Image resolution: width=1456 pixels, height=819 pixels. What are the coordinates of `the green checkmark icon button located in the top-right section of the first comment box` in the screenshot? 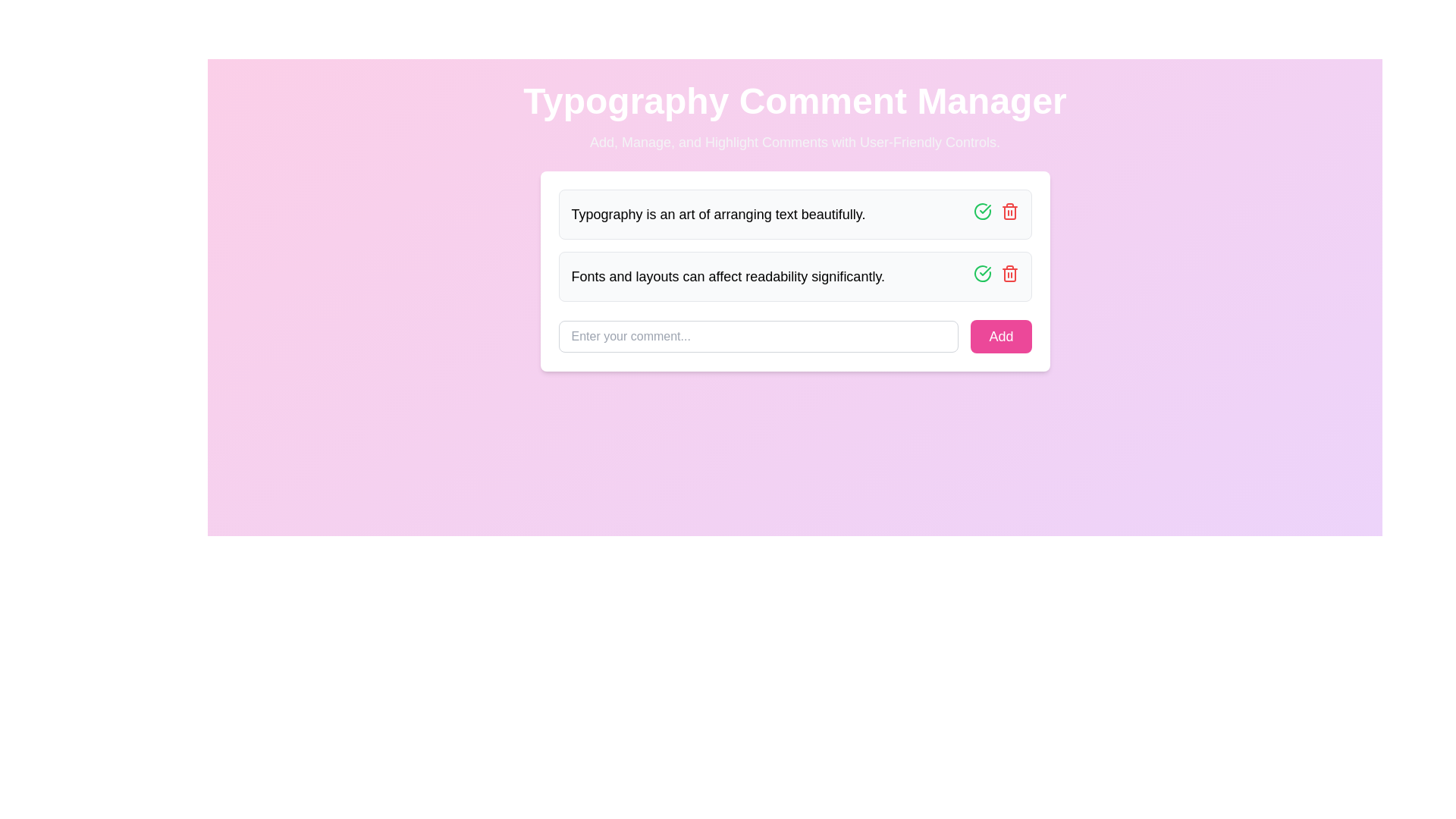 It's located at (982, 211).